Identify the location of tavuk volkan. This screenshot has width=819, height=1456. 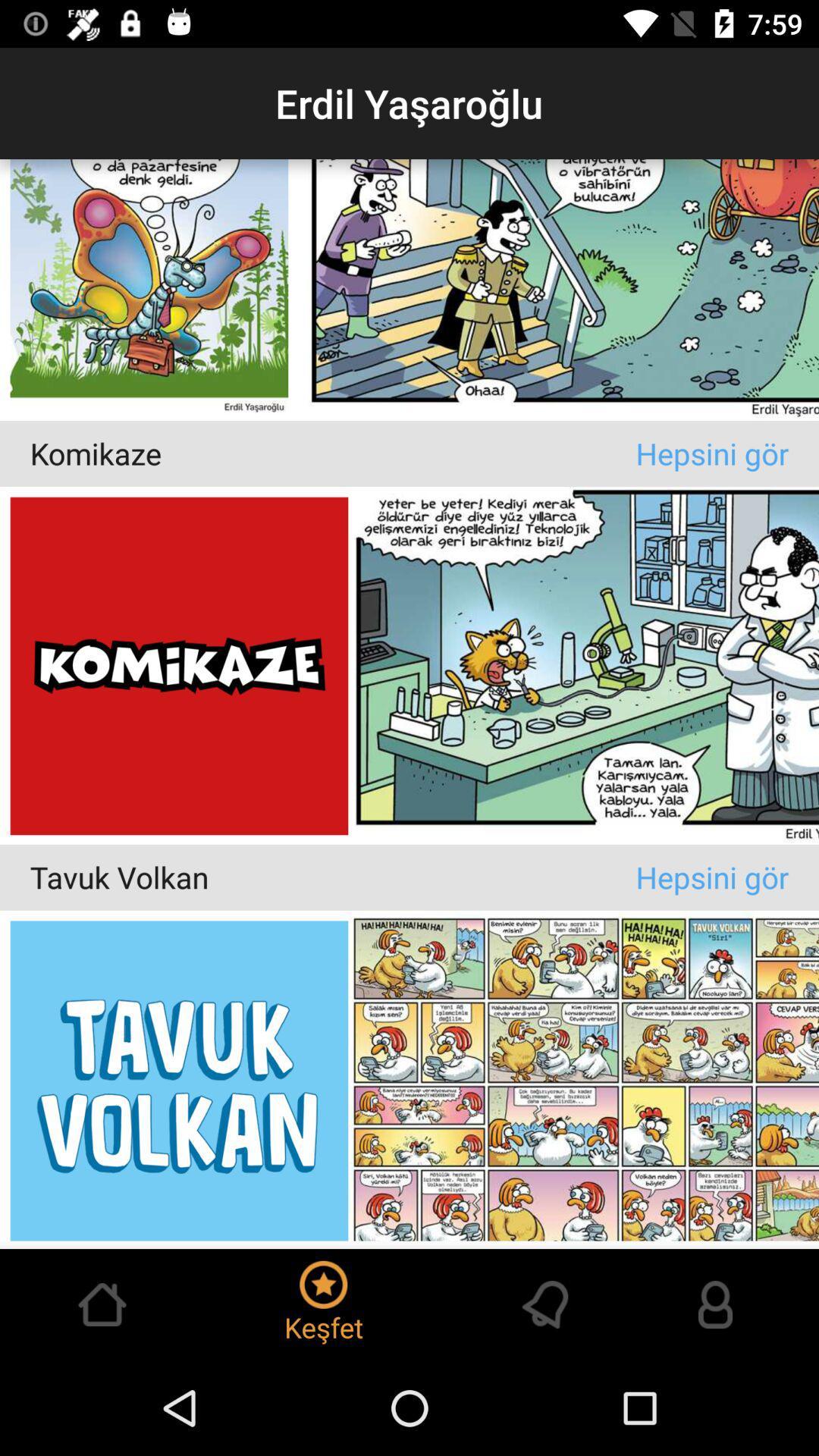
(332, 877).